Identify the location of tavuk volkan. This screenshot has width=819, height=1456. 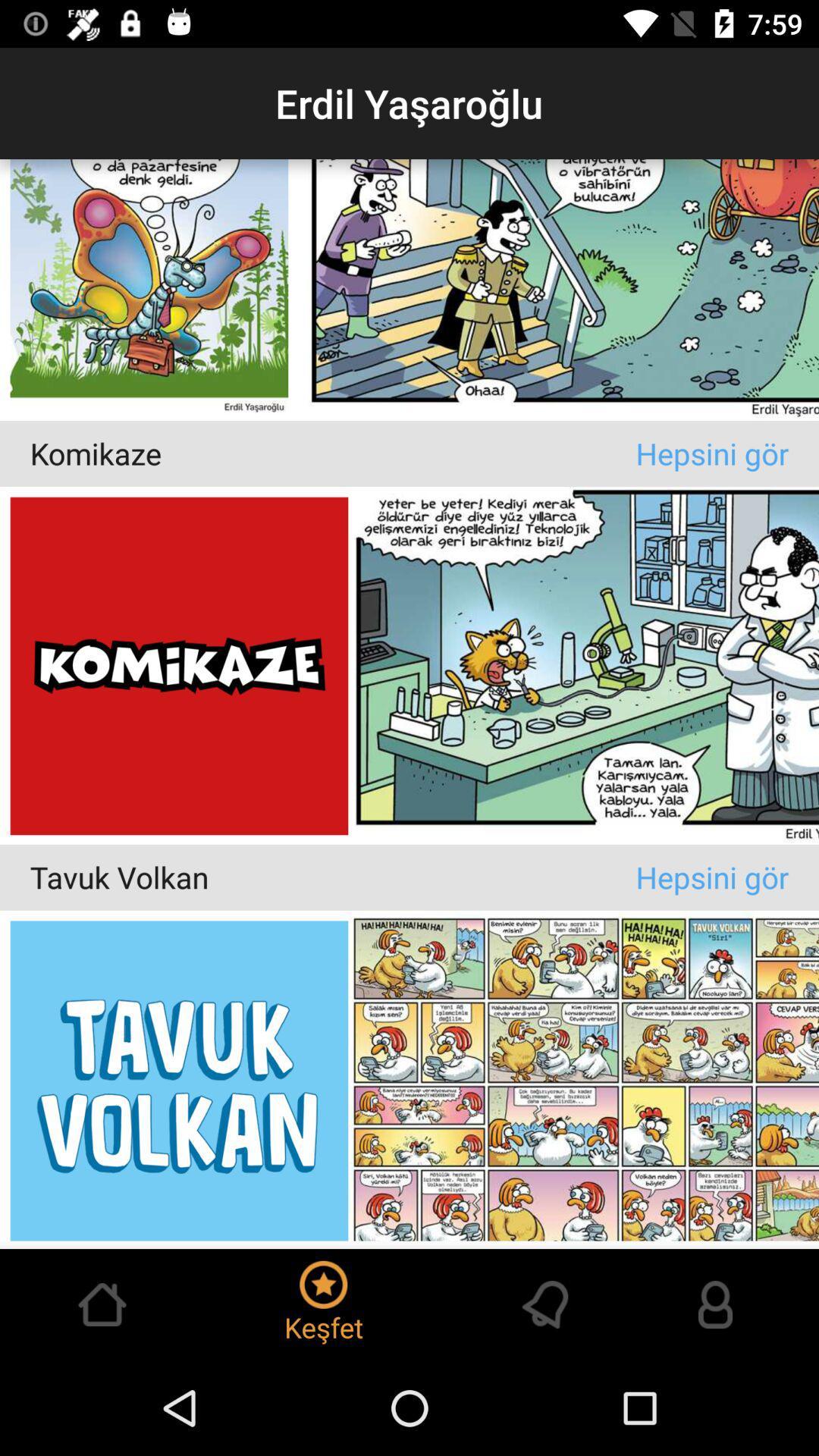
(332, 877).